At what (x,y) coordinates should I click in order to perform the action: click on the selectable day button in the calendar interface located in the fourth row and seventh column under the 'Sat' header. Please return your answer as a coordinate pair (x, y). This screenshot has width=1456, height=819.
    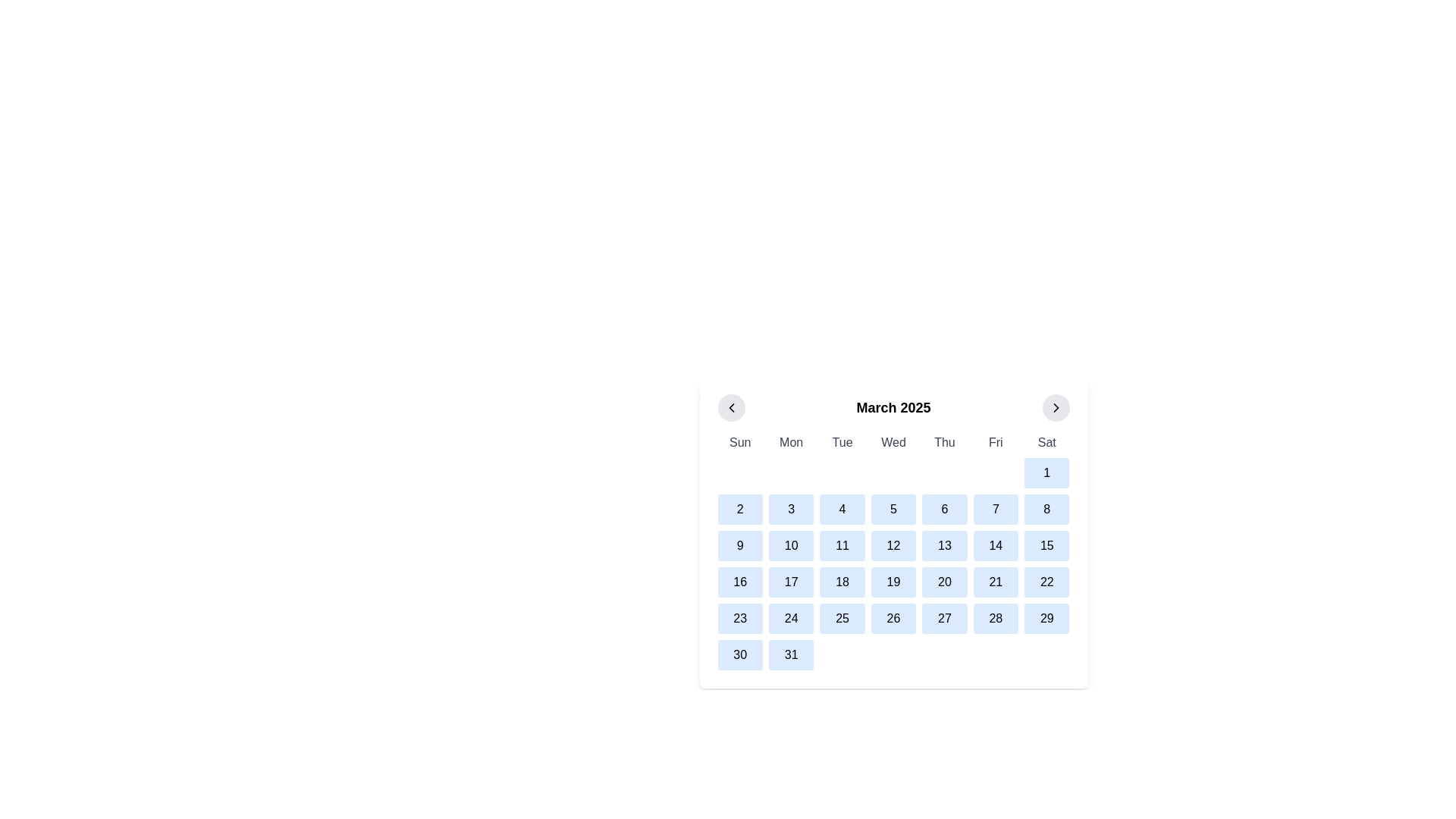
    Looking at the image, I should click on (1046, 546).